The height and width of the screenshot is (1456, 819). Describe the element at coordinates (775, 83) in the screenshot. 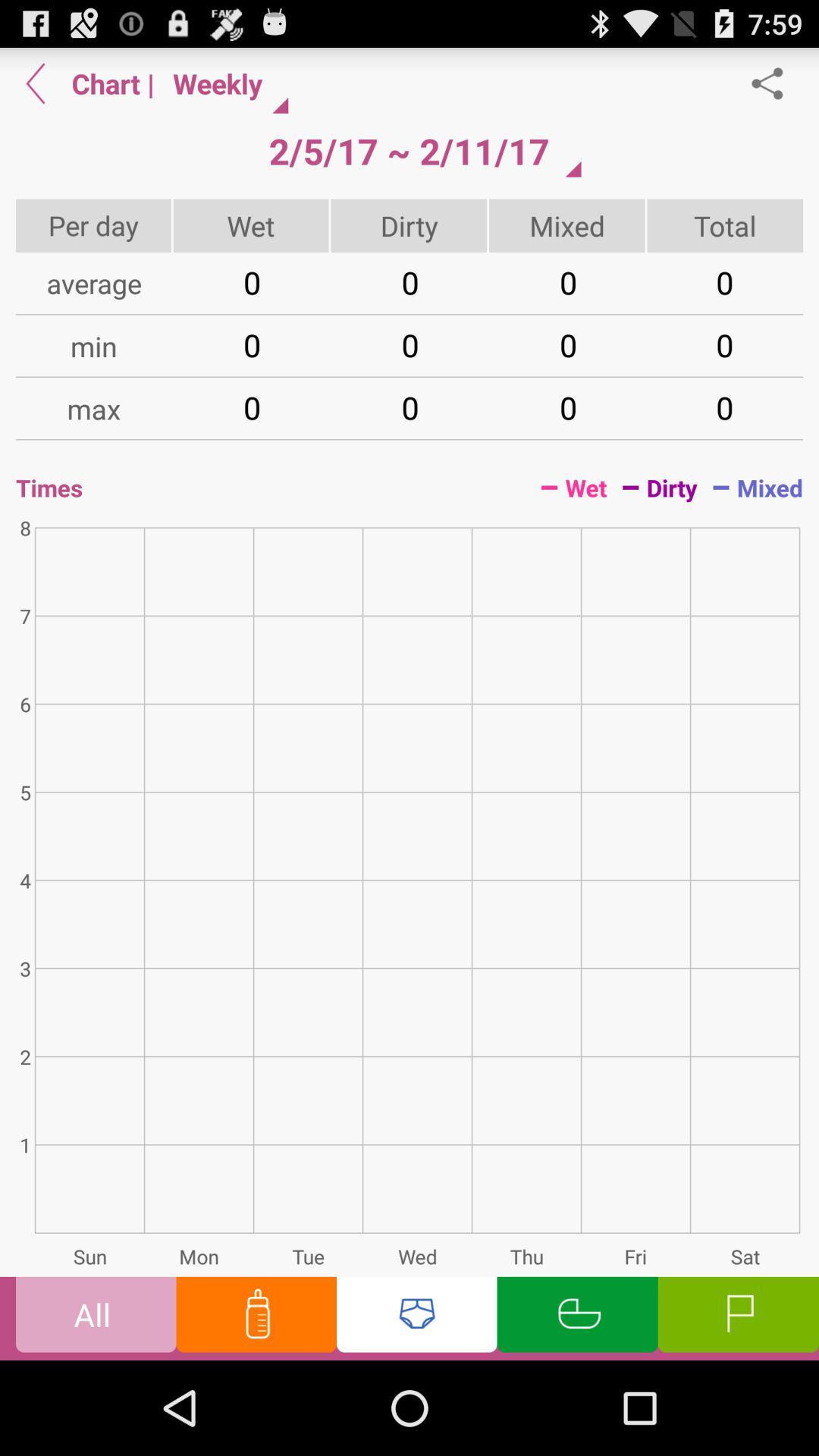

I see `the button is used to share the page to others` at that location.